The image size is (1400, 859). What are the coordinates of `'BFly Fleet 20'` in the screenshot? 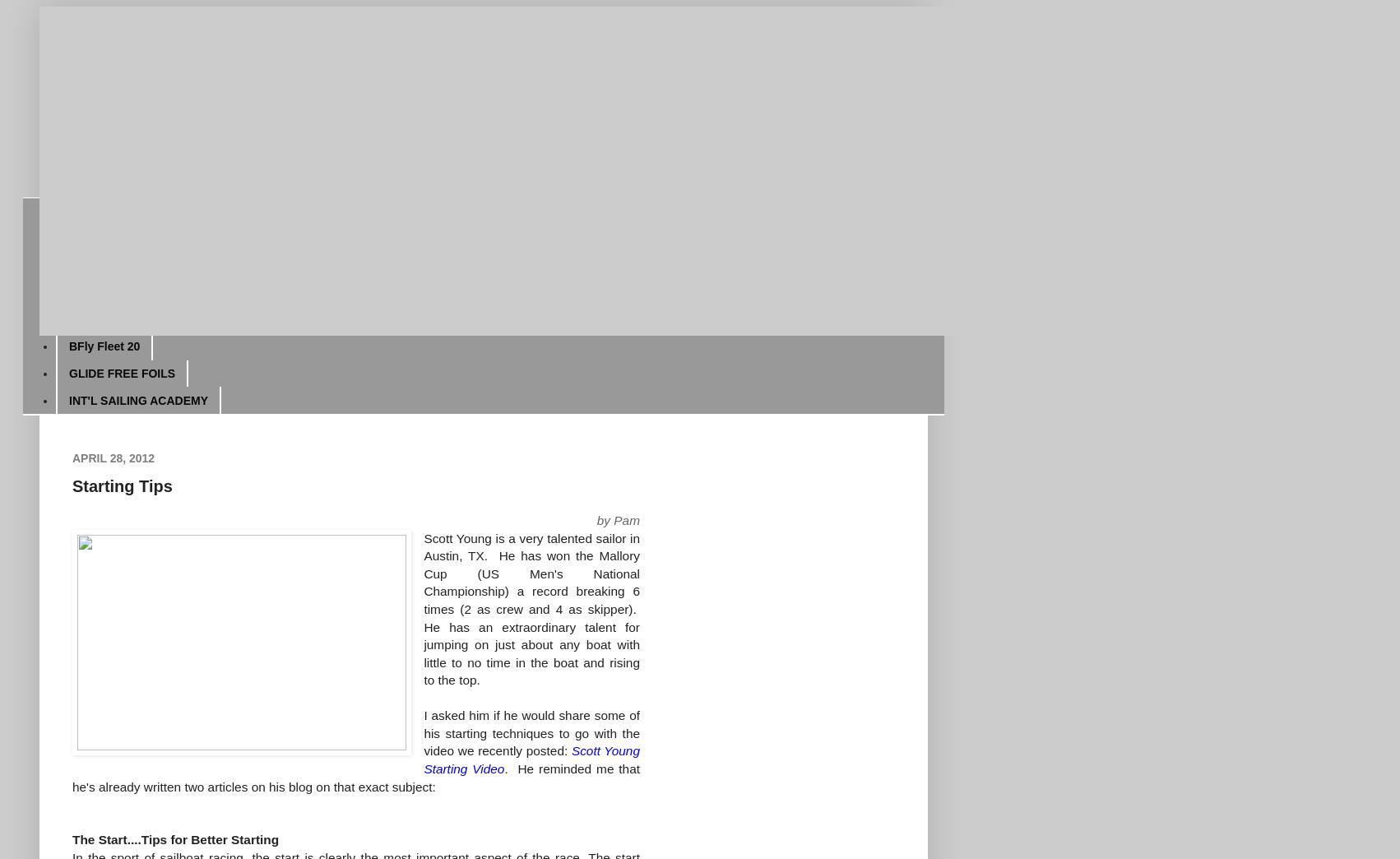 It's located at (104, 346).